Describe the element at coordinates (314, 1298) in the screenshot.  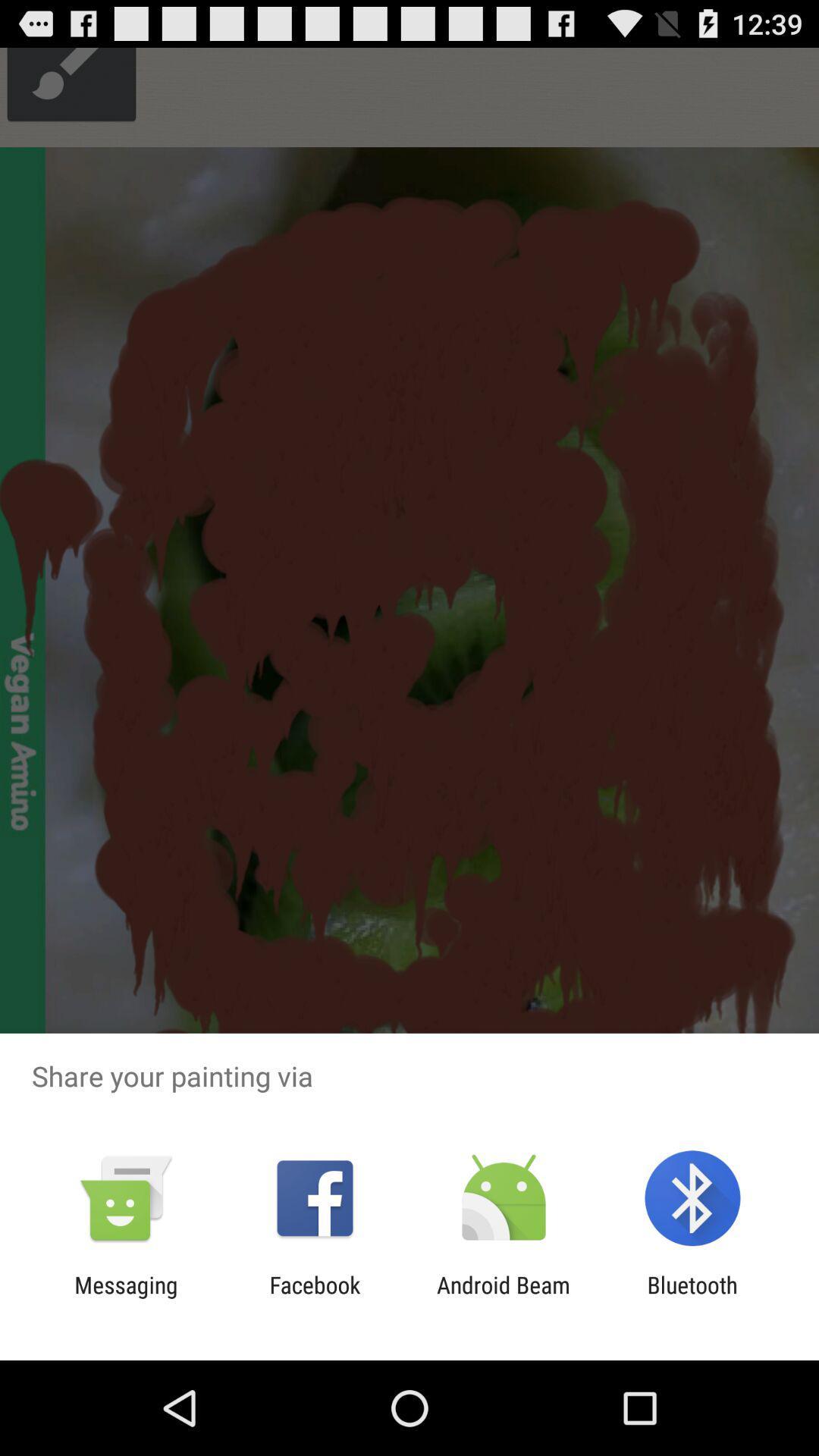
I see `facebook` at that location.